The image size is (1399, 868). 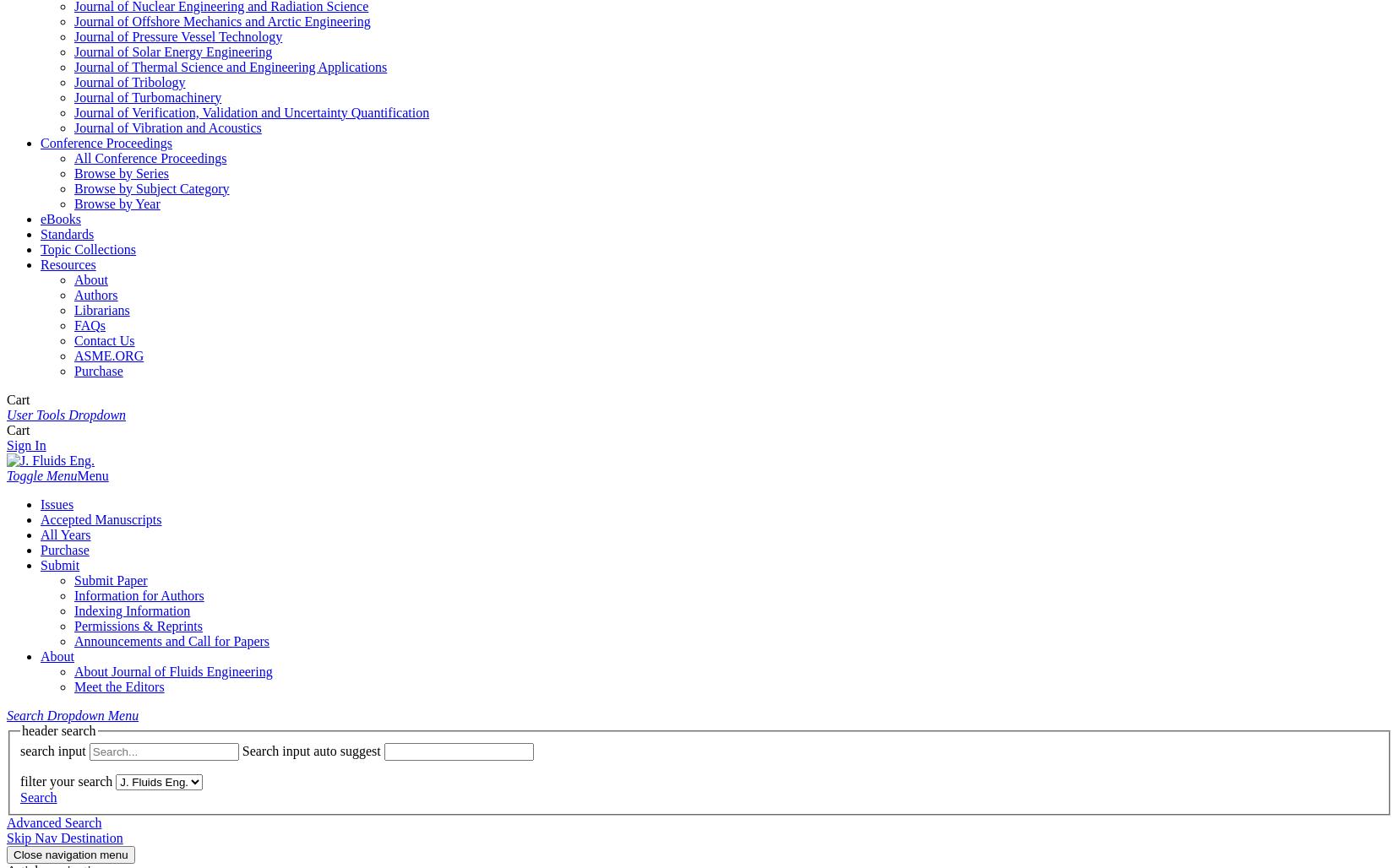 I want to click on 'Search', so click(x=37, y=797).